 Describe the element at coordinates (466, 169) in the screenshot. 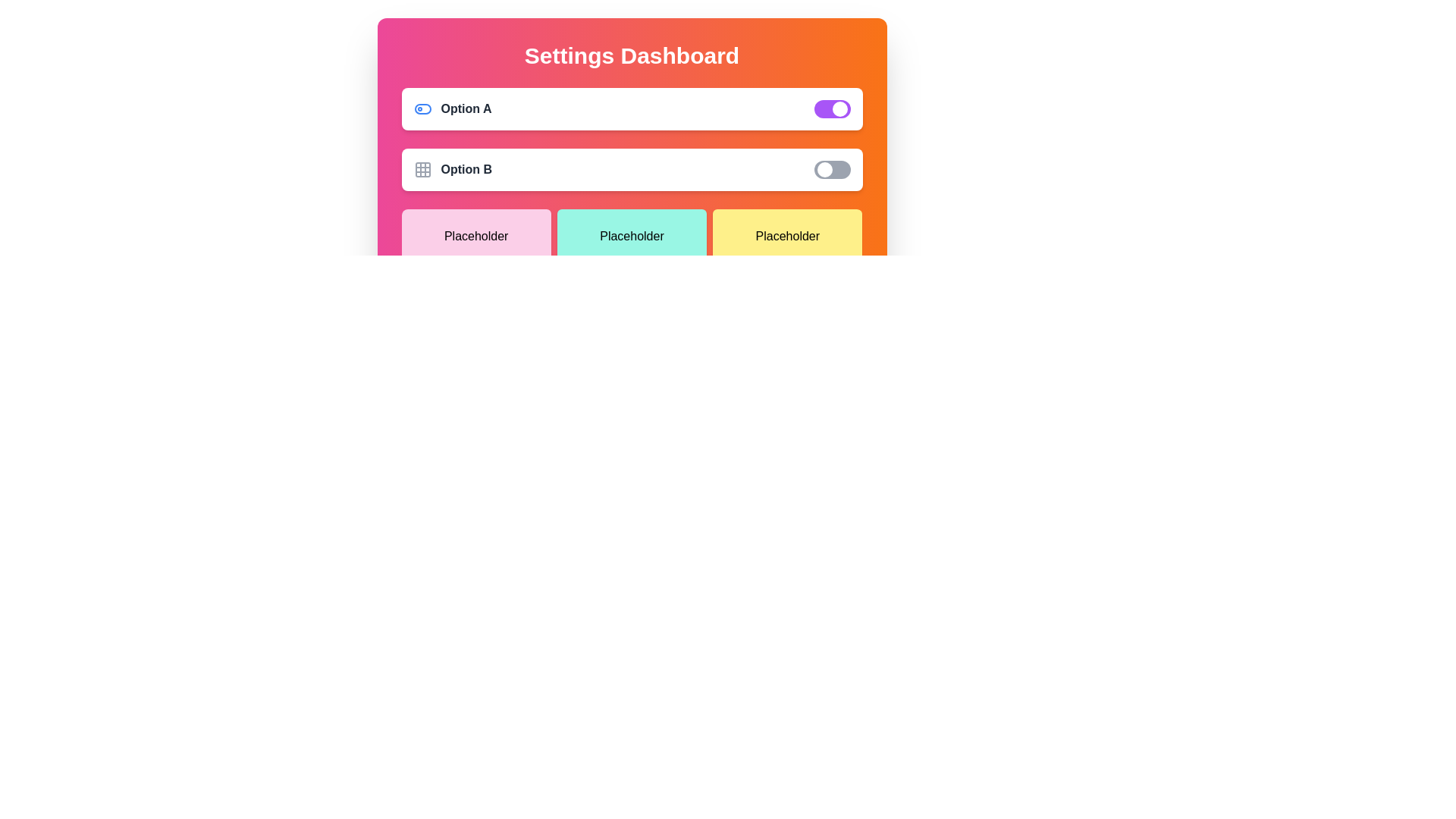

I see `the text label for 'Option B', which provides information about the current feature or setting in the settings dashboard` at that location.